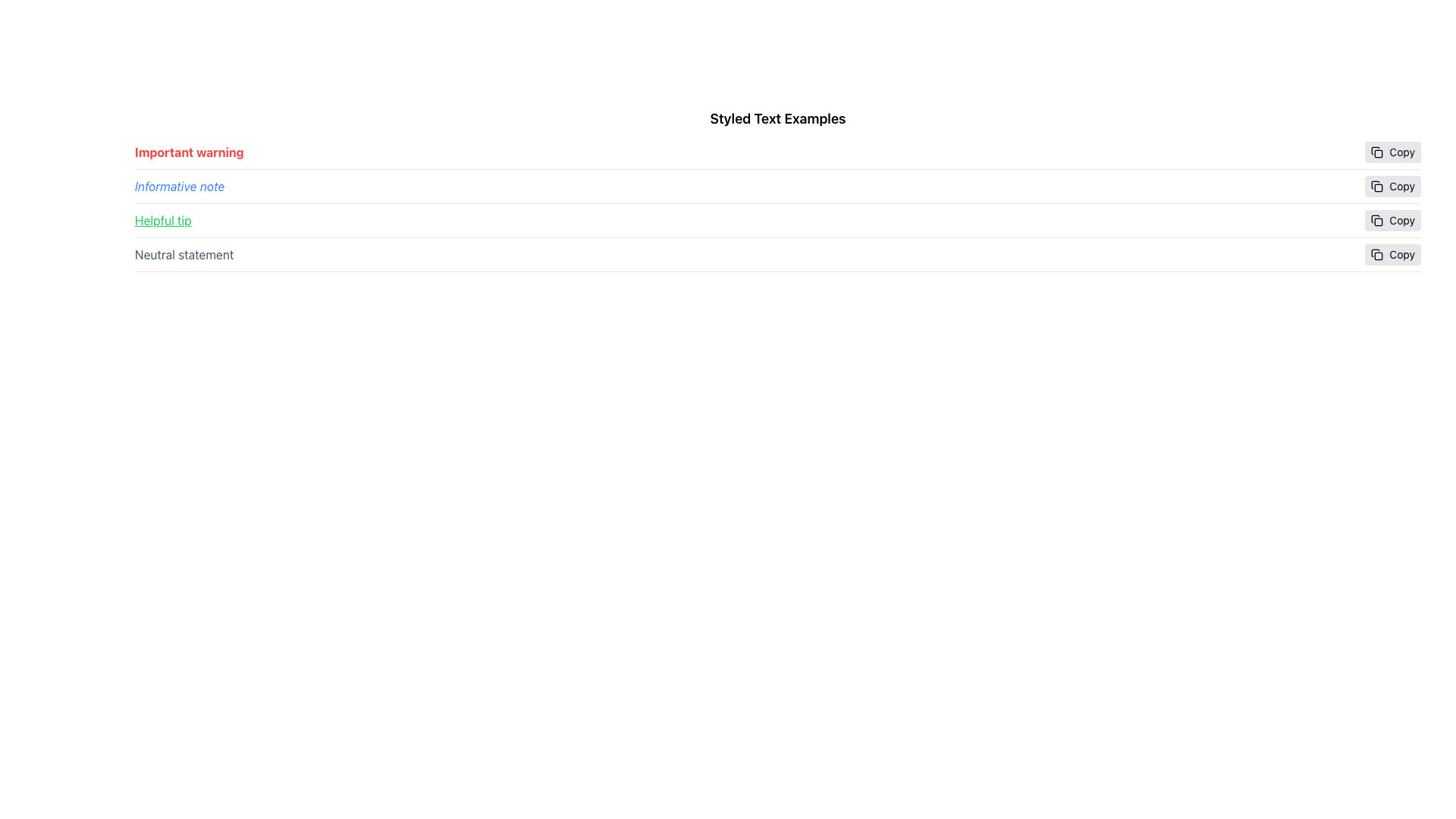 This screenshot has width=1456, height=819. Describe the element at coordinates (1401, 186) in the screenshot. I see `the 'Copy' text label, which is displayed in a small standard font on a light gray background, positioned at the far right edge of the interface and aligned to the right of the 'Neutral statement' label` at that location.